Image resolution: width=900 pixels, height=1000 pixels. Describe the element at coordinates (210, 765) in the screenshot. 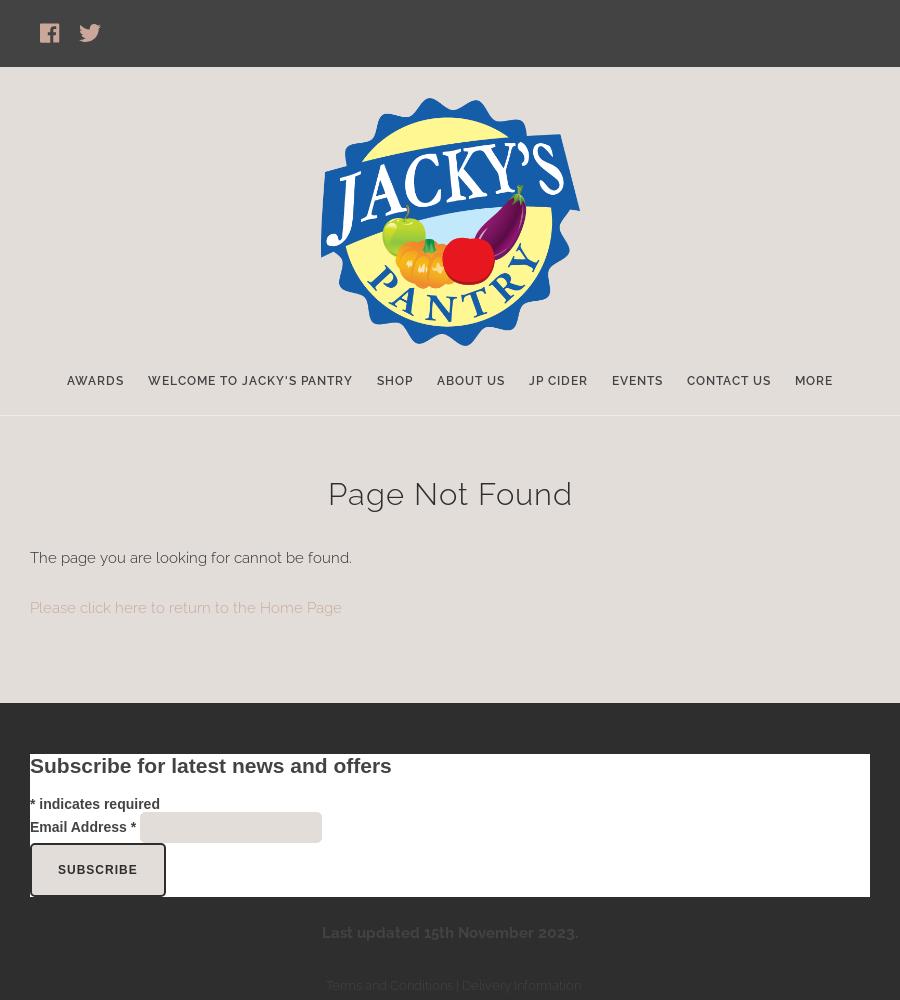

I see `'Subscribe for latest news and offers'` at that location.